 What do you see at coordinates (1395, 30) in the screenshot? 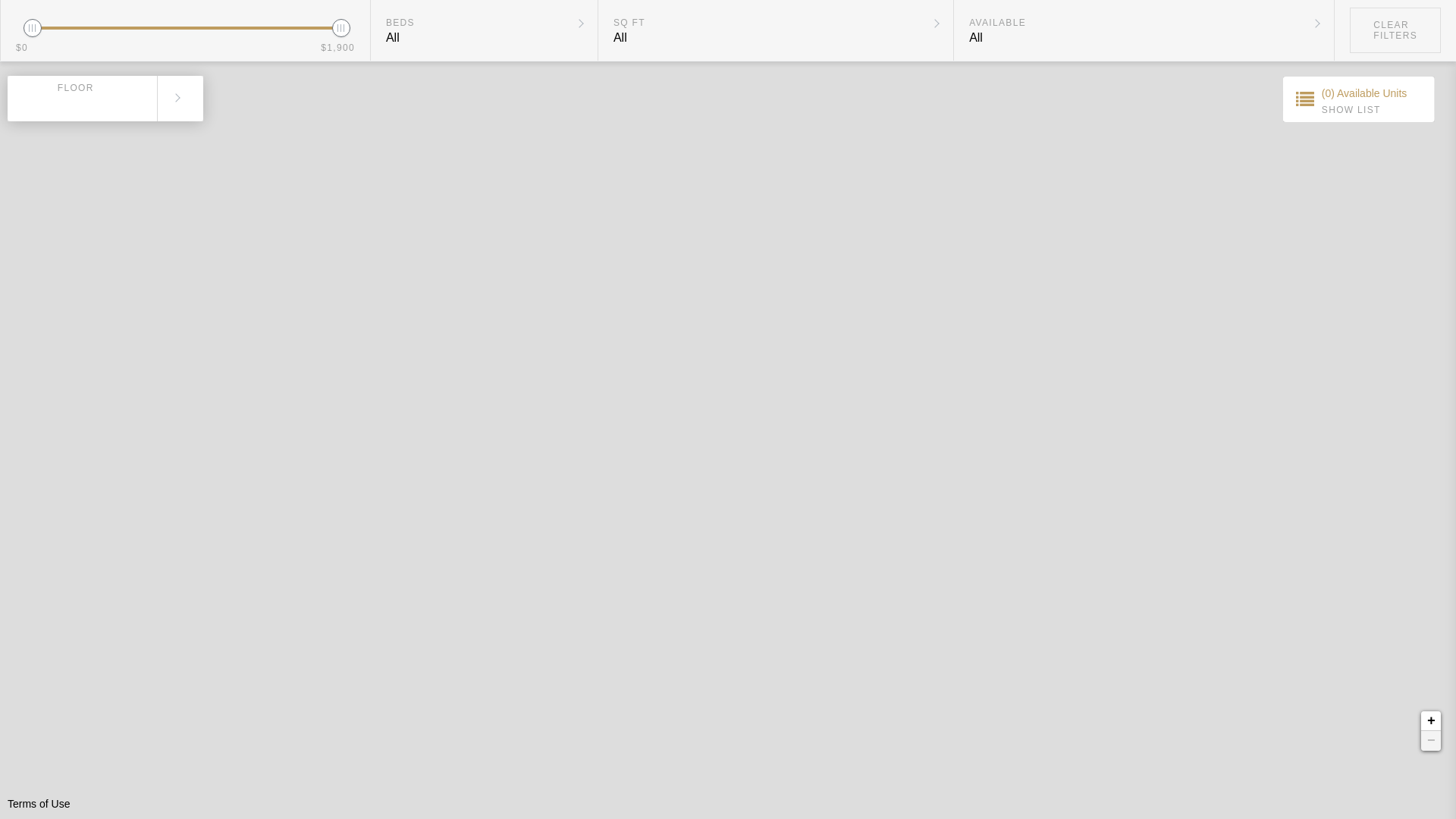
I see `'CLEAR` at bounding box center [1395, 30].